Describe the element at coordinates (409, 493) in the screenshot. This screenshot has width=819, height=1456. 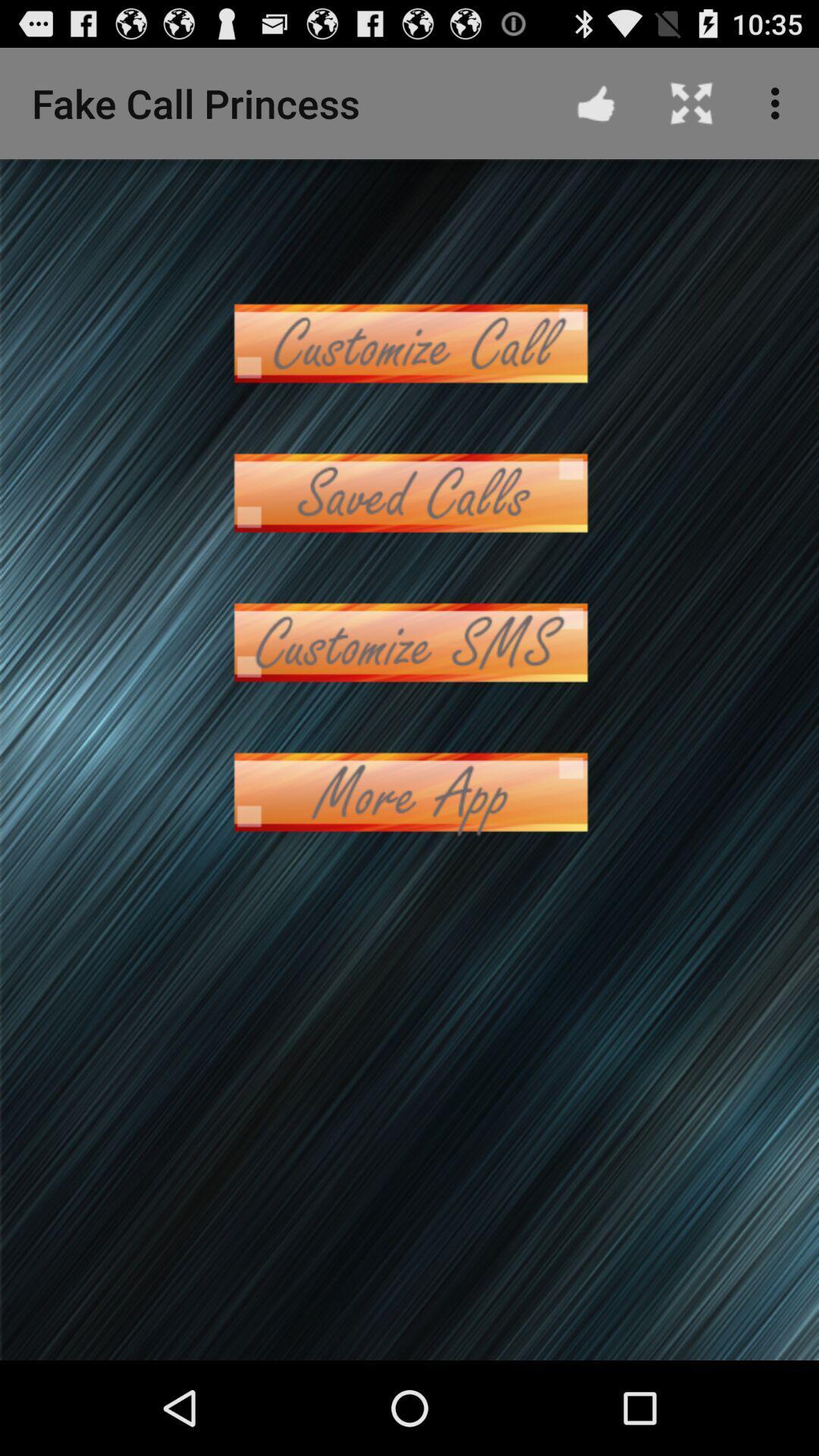
I see `saved calls` at that location.